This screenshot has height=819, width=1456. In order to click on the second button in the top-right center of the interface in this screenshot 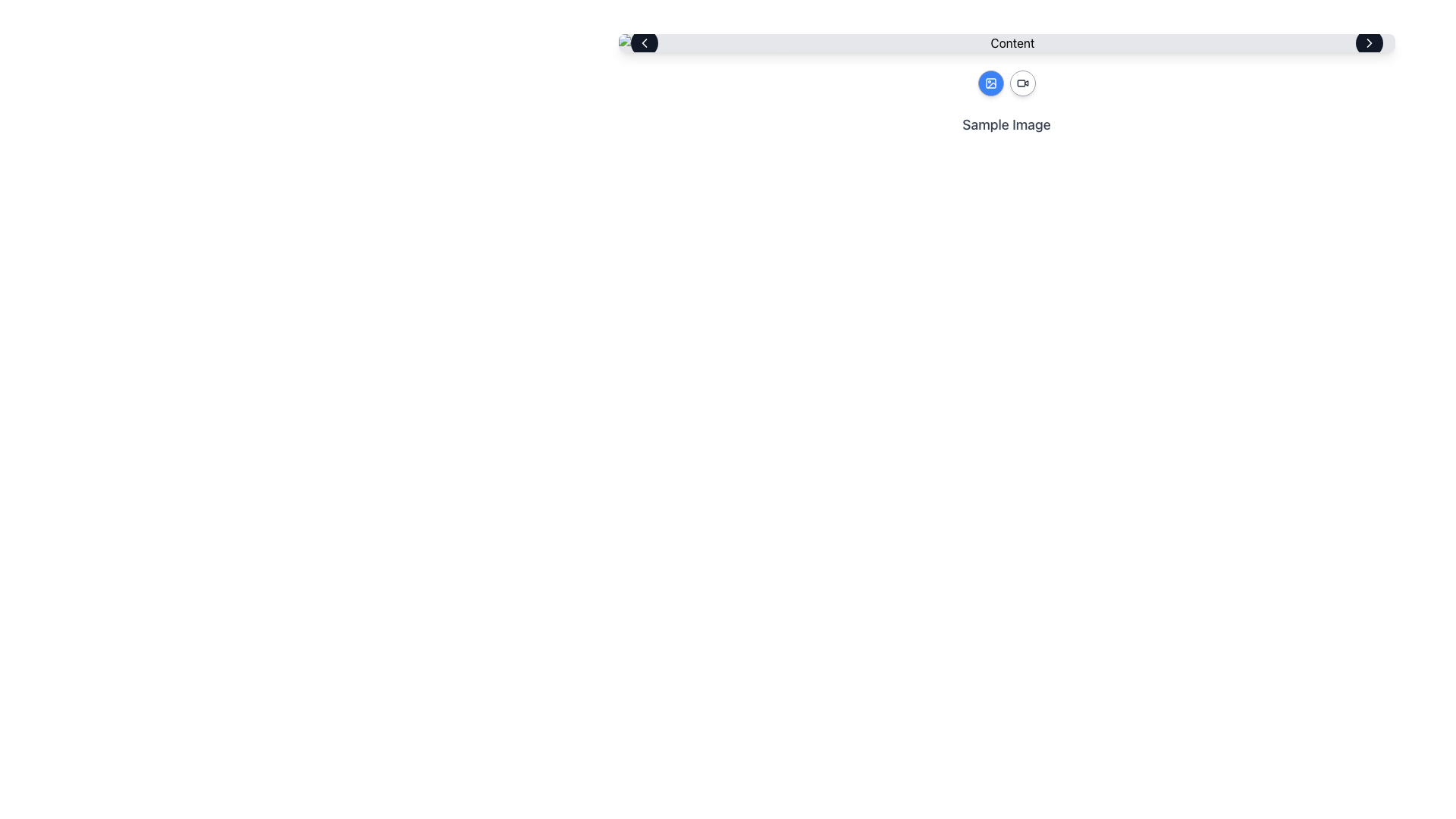, I will do `click(1022, 83)`.